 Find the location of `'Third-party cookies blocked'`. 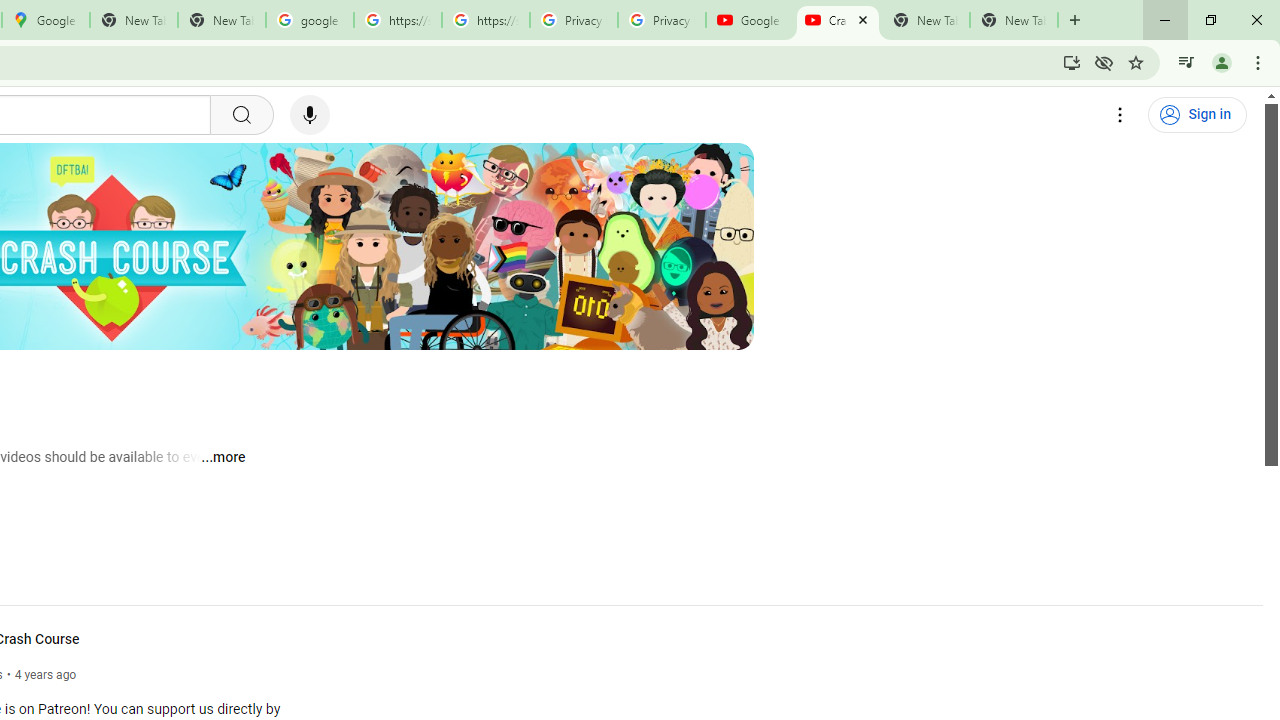

'Third-party cookies blocked' is located at coordinates (1103, 61).